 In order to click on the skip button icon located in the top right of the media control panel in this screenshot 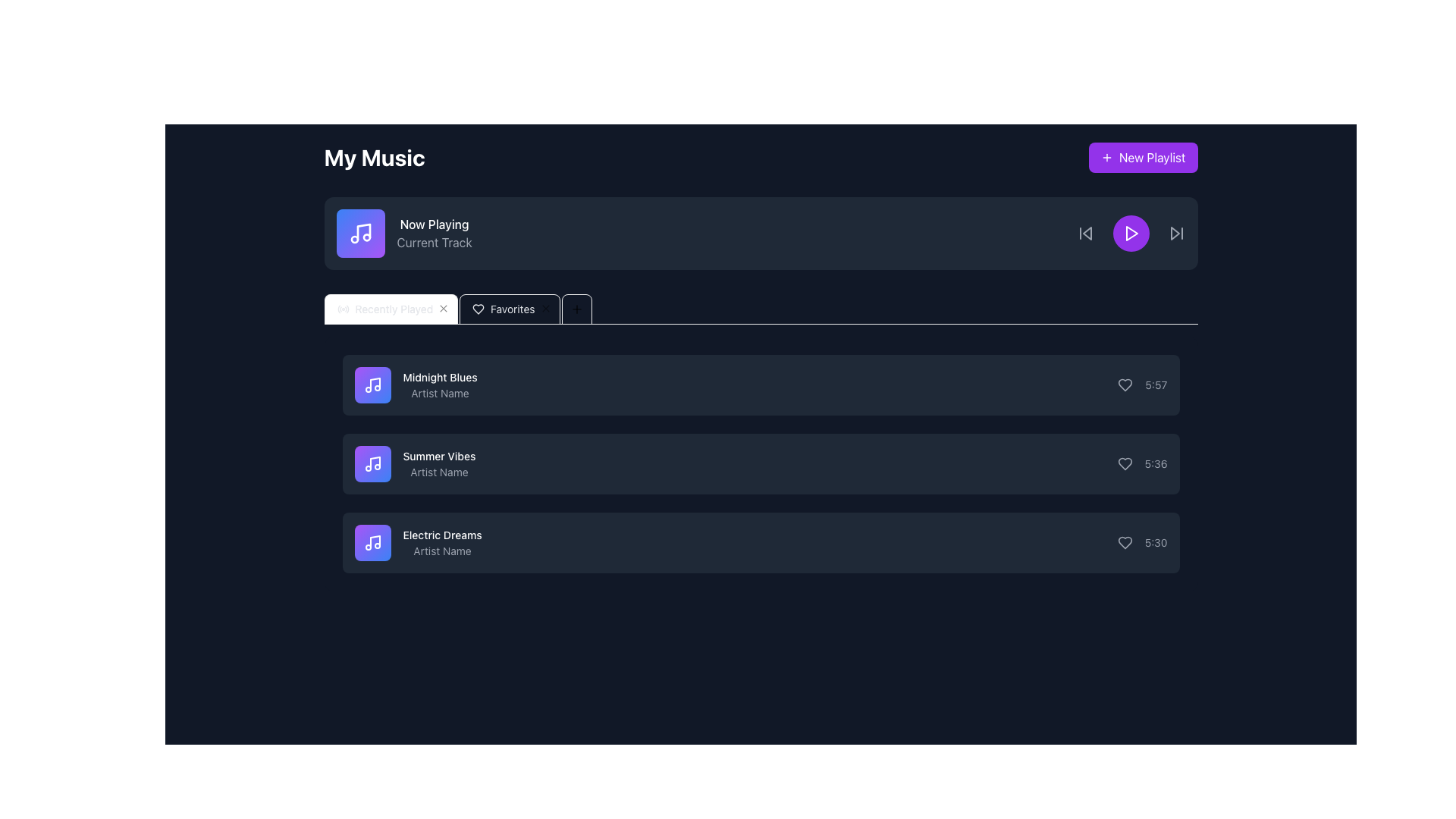, I will do `click(1175, 234)`.